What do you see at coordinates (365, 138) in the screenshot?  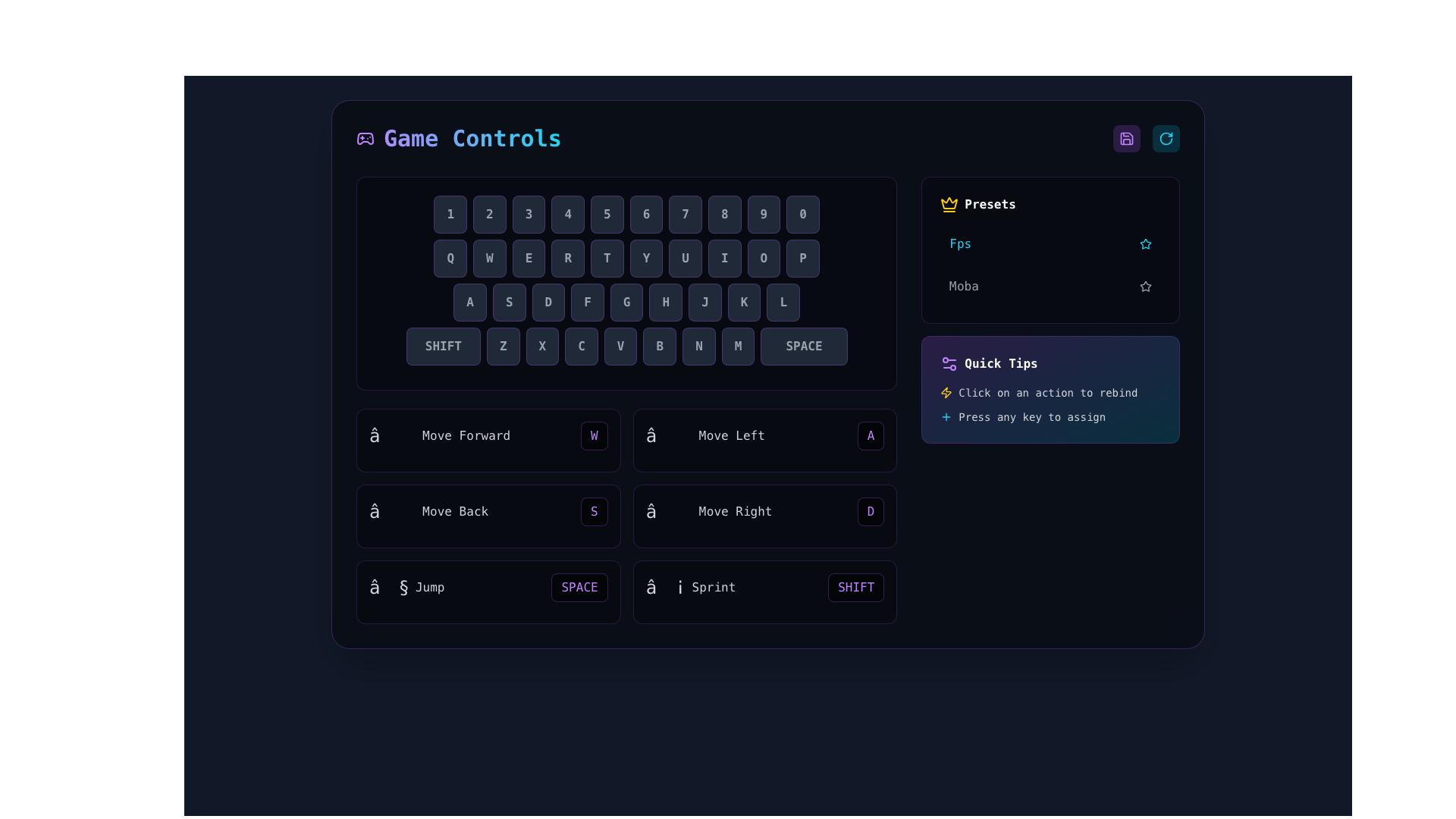 I see `the graphical representation of the game controller icon located to the left of the 'Game Controls' text label` at bounding box center [365, 138].